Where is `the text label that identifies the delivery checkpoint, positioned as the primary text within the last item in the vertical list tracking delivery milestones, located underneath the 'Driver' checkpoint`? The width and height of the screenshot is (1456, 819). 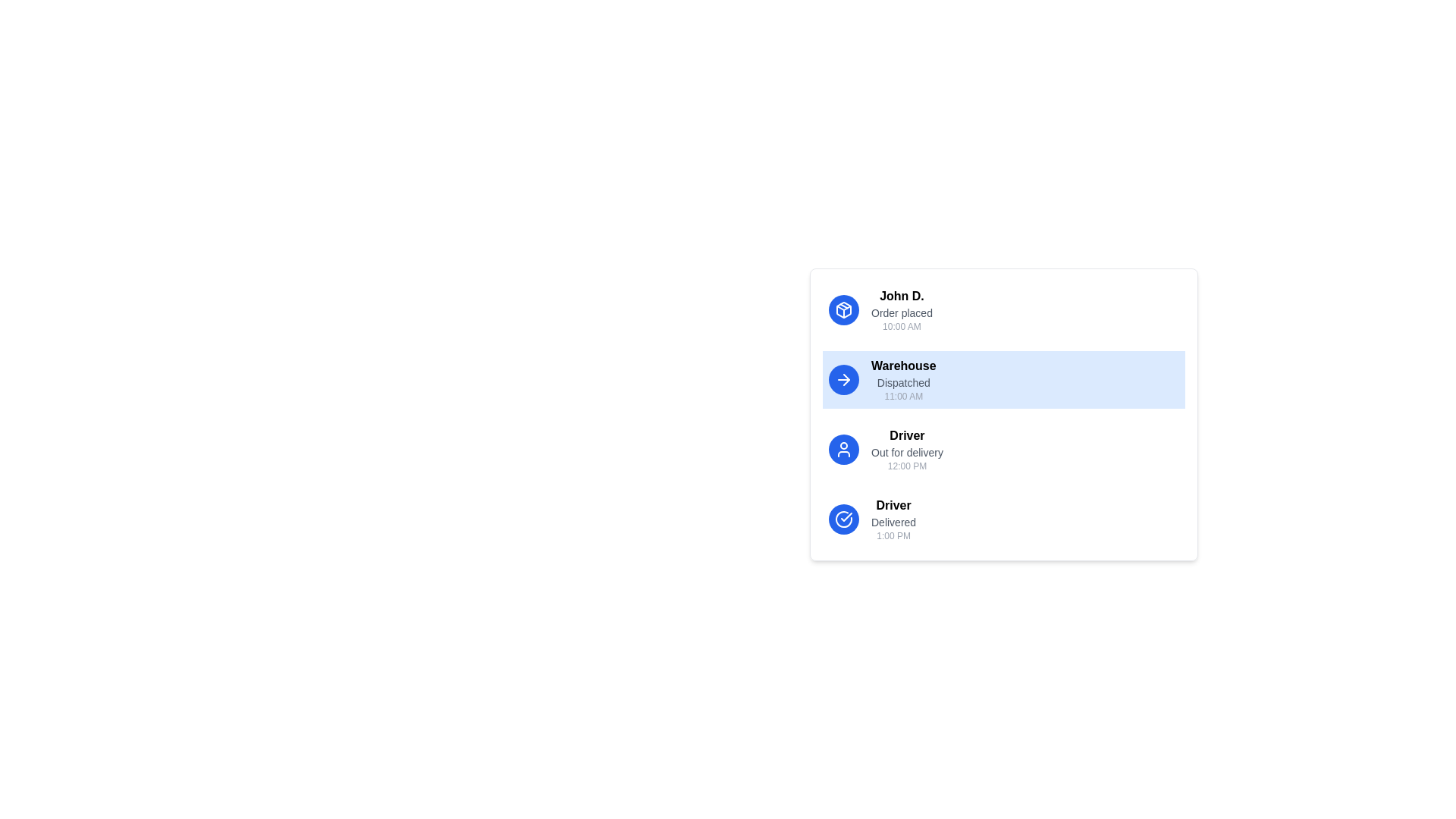
the text label that identifies the delivery checkpoint, positioned as the primary text within the last item in the vertical list tracking delivery milestones, located underneath the 'Driver' checkpoint is located at coordinates (893, 506).